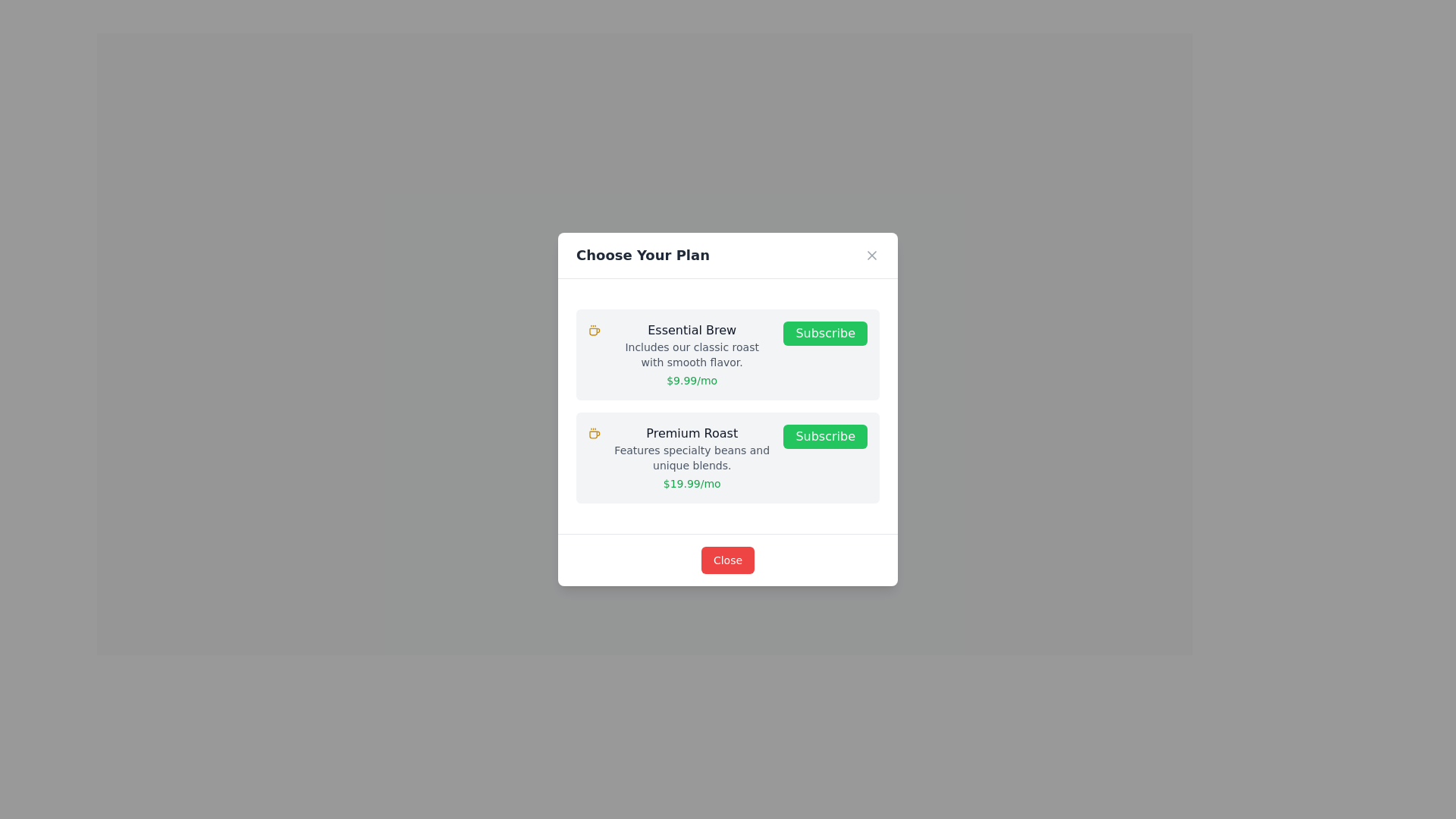  I want to click on the close button icon in the top-right corner of the 'Choose Your Plan' modal dialog, so click(872, 254).